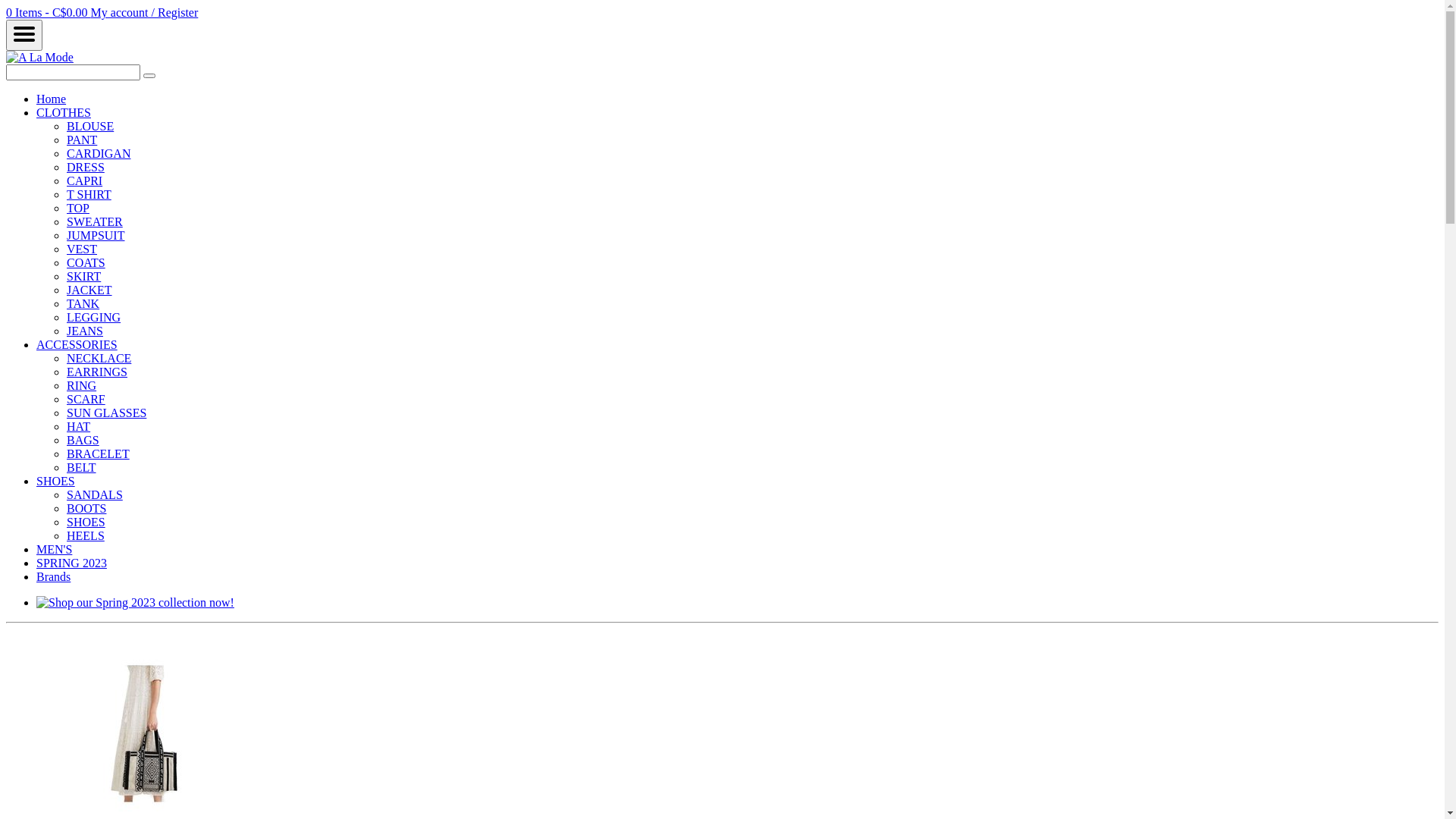  What do you see at coordinates (80, 384) in the screenshot?
I see `'RING'` at bounding box center [80, 384].